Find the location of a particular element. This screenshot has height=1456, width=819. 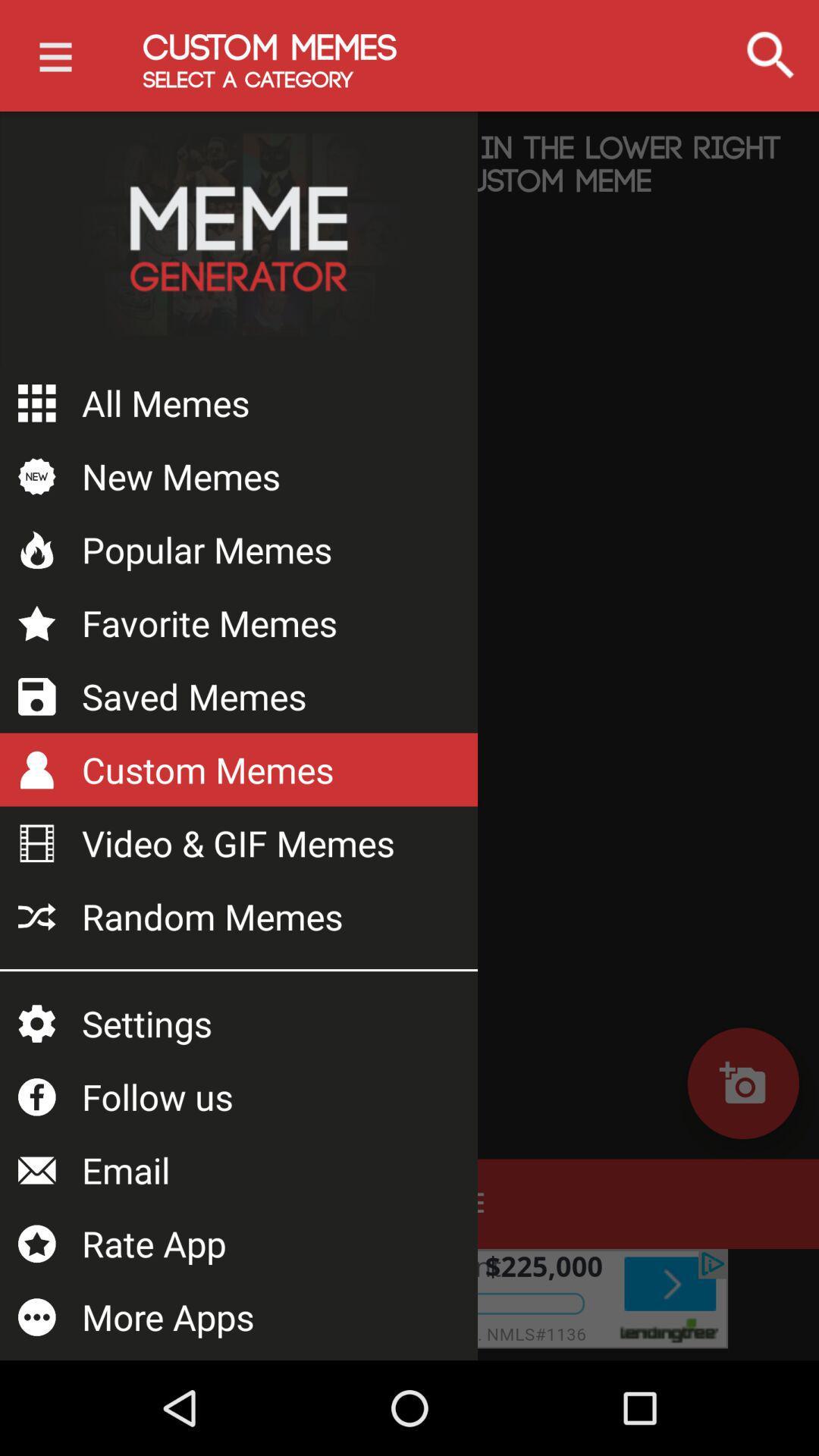

the photo icon is located at coordinates (742, 1082).